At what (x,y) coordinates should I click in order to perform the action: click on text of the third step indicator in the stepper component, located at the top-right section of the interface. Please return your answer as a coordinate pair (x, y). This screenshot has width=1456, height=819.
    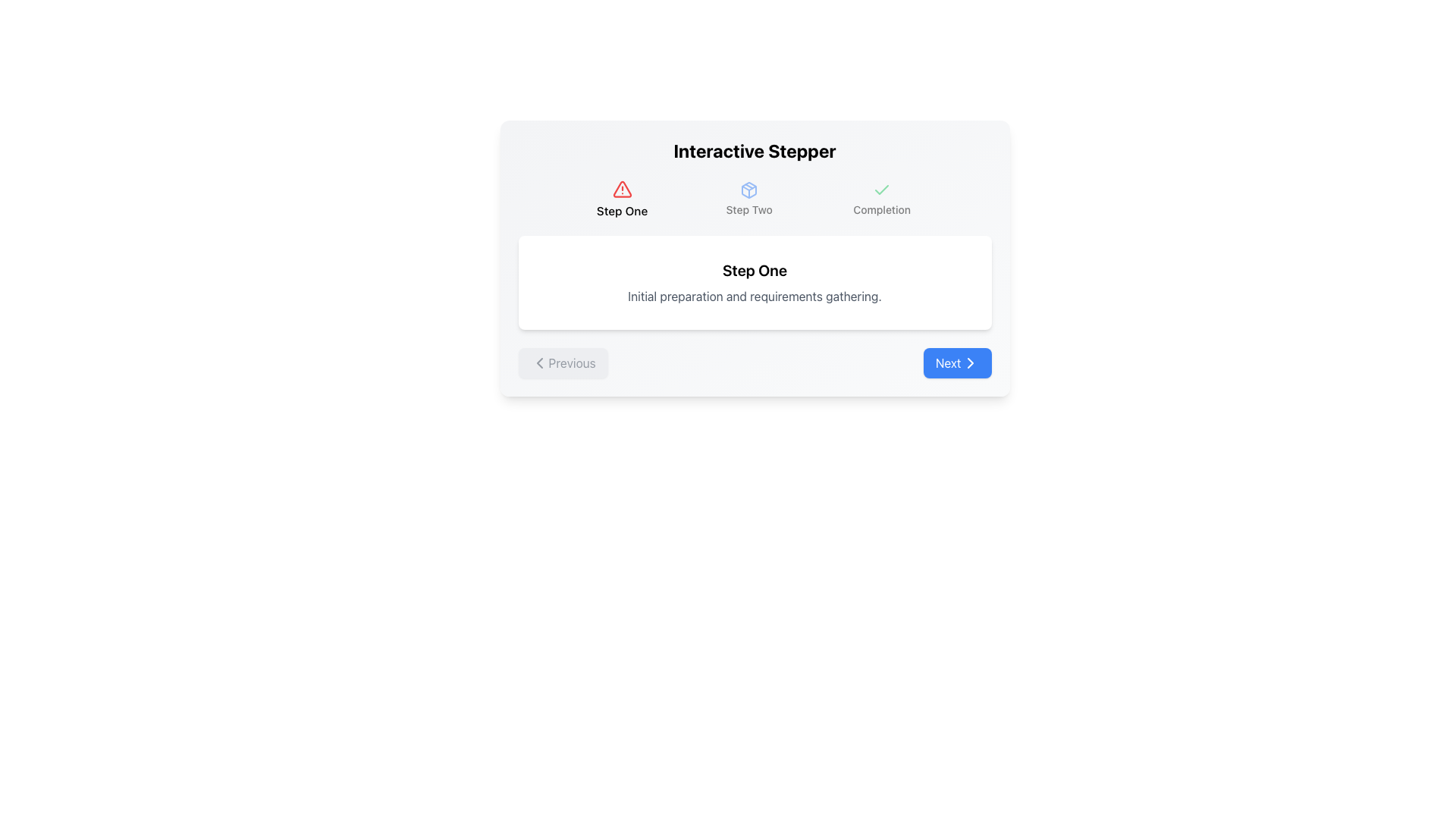
    Looking at the image, I should click on (882, 198).